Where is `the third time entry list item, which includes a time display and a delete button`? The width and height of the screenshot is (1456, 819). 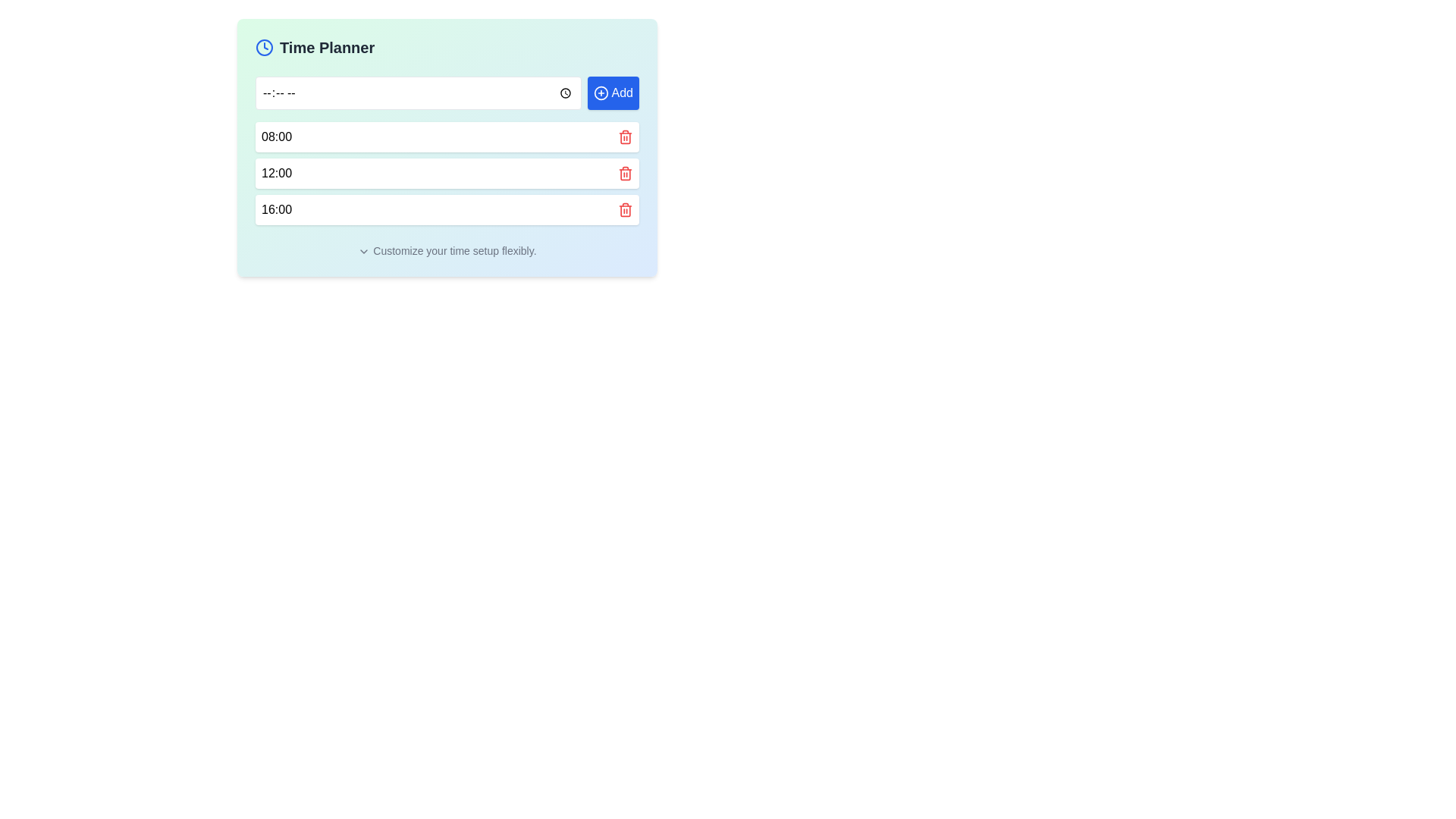 the third time entry list item, which includes a time display and a delete button is located at coordinates (447, 210).